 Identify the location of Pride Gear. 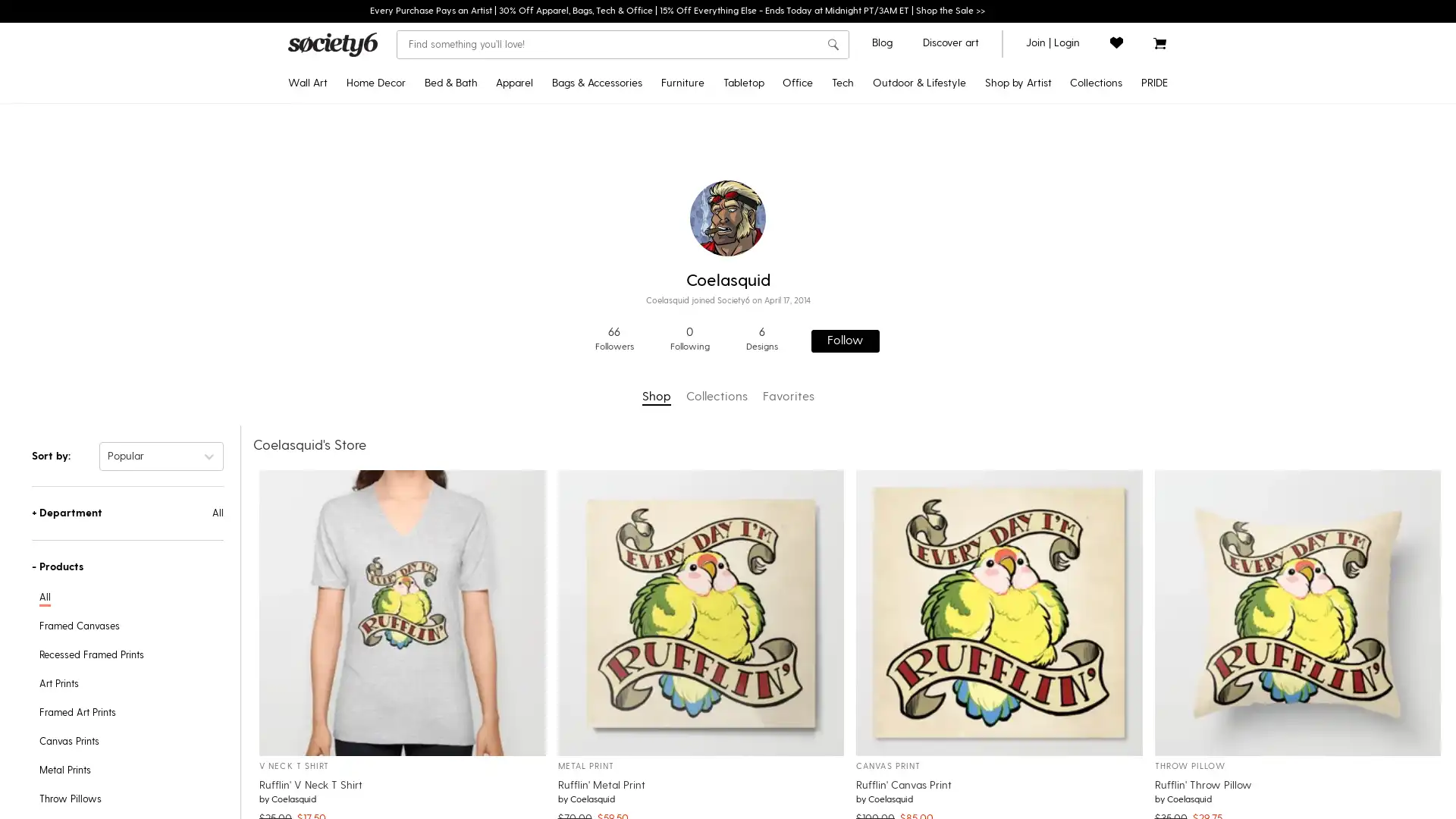
(1094, 170).